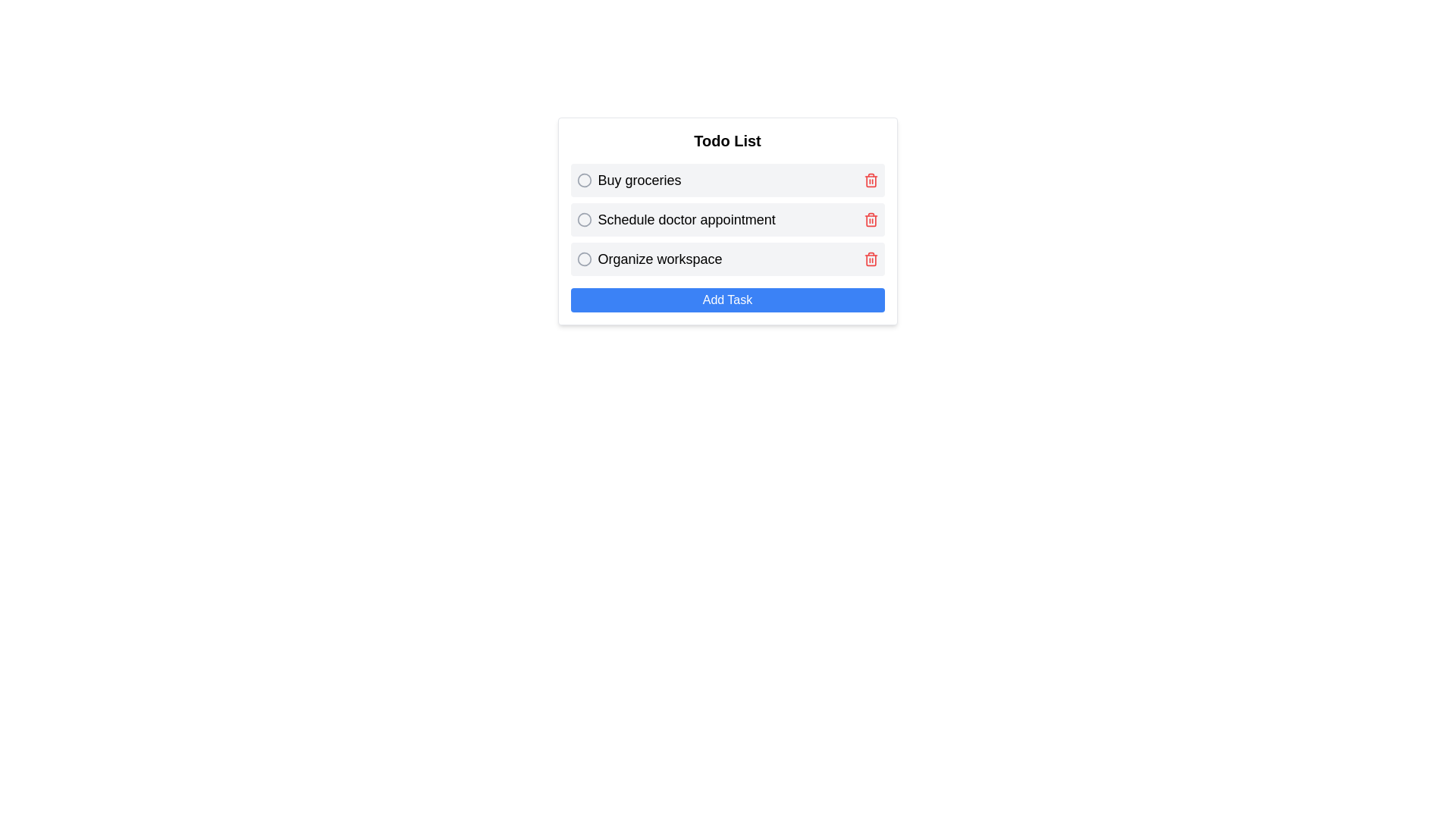 The image size is (1456, 819). What do you see at coordinates (871, 180) in the screenshot?
I see `the delete button for the to-do item titled 'Buy groceries' to receive hover-specific styling or feedback` at bounding box center [871, 180].